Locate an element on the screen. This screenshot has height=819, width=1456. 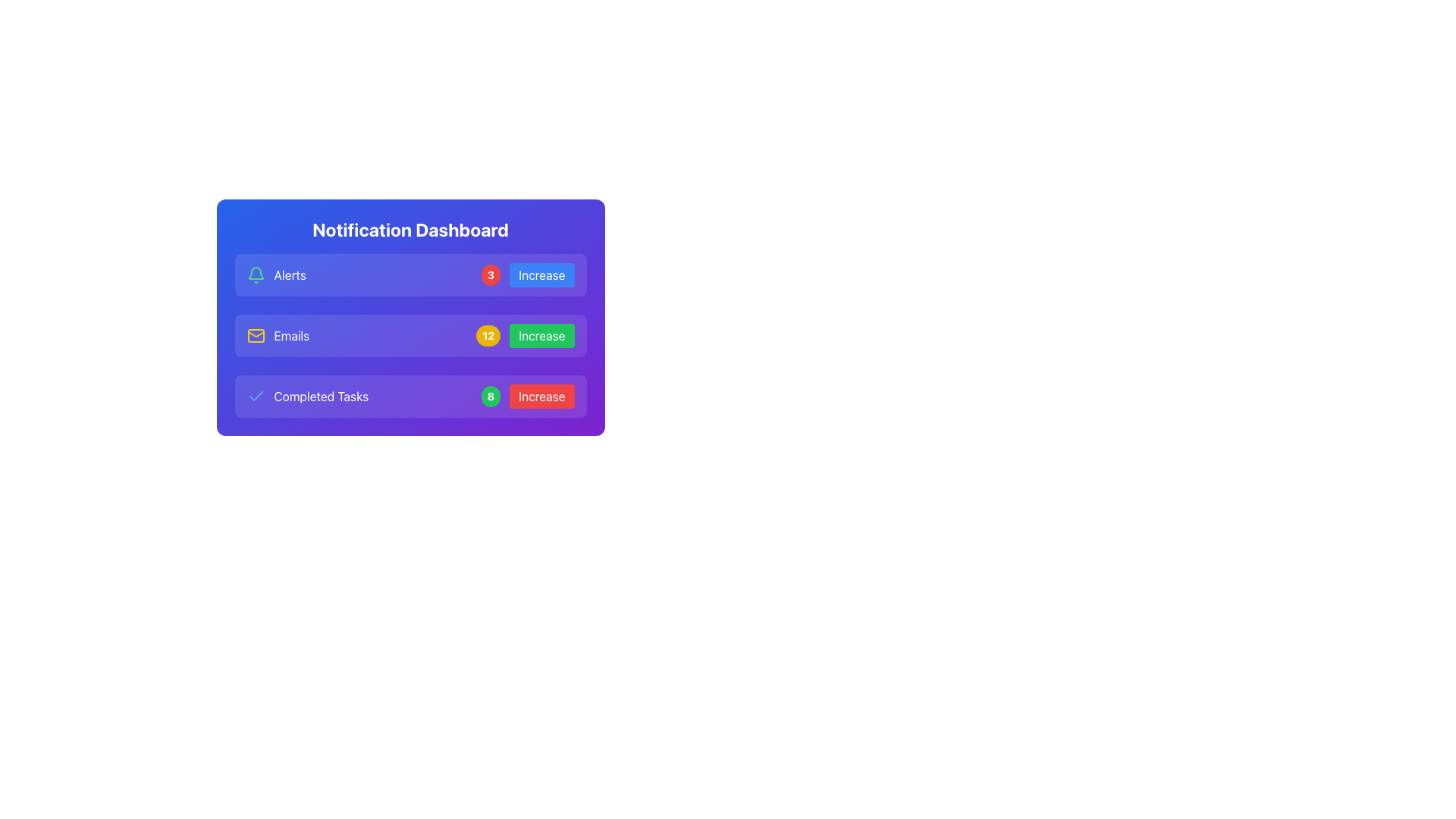
the circular badge notification counter with a red background displaying the number '3', located adjacent to the 'Increase' button and to the right of the 'Alerts' label is located at coordinates (491, 275).